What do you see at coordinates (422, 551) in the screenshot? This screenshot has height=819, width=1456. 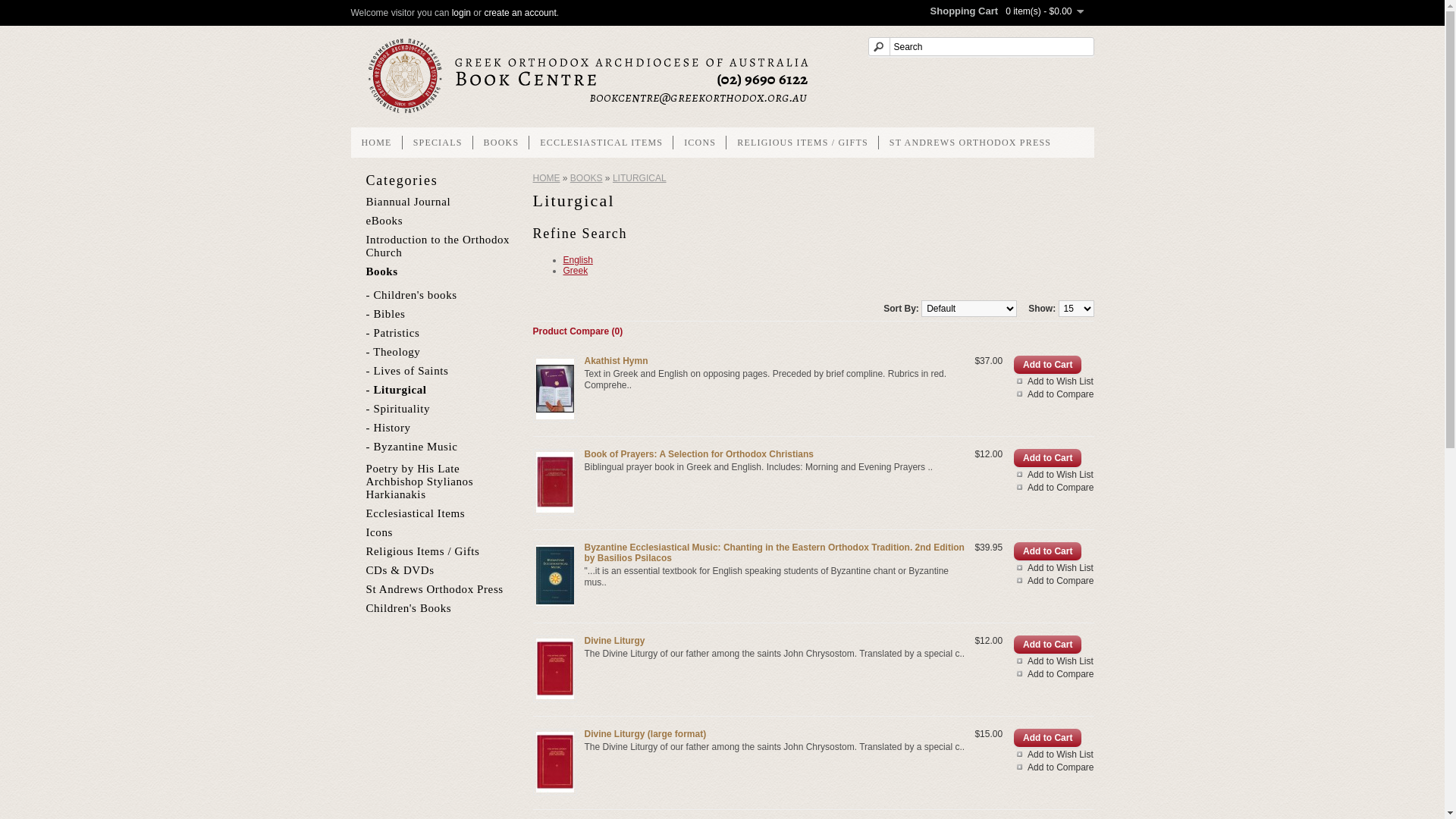 I see `'Religious Items / Gifts'` at bounding box center [422, 551].